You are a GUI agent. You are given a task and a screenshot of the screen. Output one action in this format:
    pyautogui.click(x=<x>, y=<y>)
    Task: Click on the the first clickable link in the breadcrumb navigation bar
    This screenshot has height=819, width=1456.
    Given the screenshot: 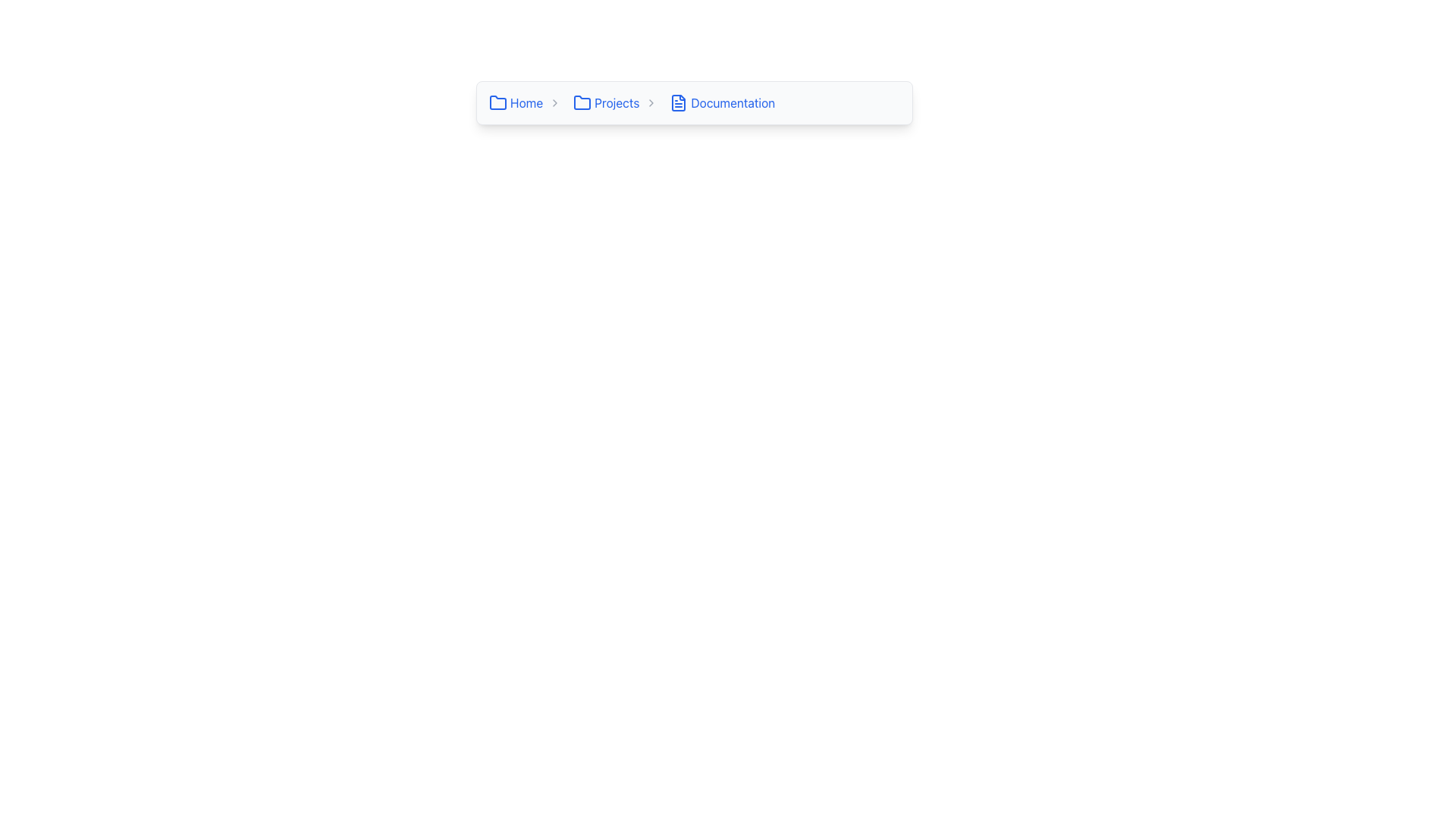 What is the action you would take?
    pyautogui.click(x=516, y=102)
    